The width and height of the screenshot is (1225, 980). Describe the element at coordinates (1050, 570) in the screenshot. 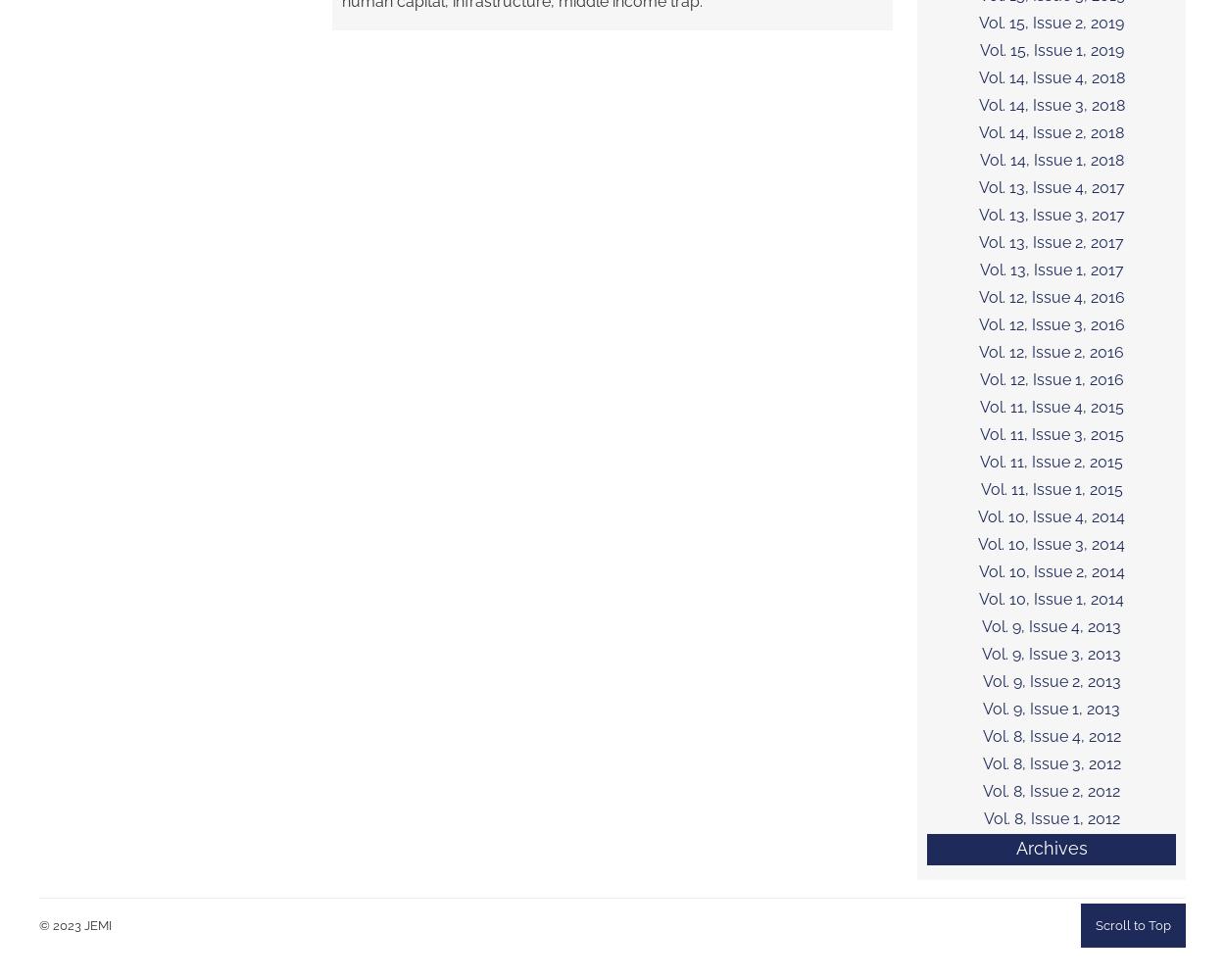

I see `'Vol. 10, Issue 2, 2014'` at that location.